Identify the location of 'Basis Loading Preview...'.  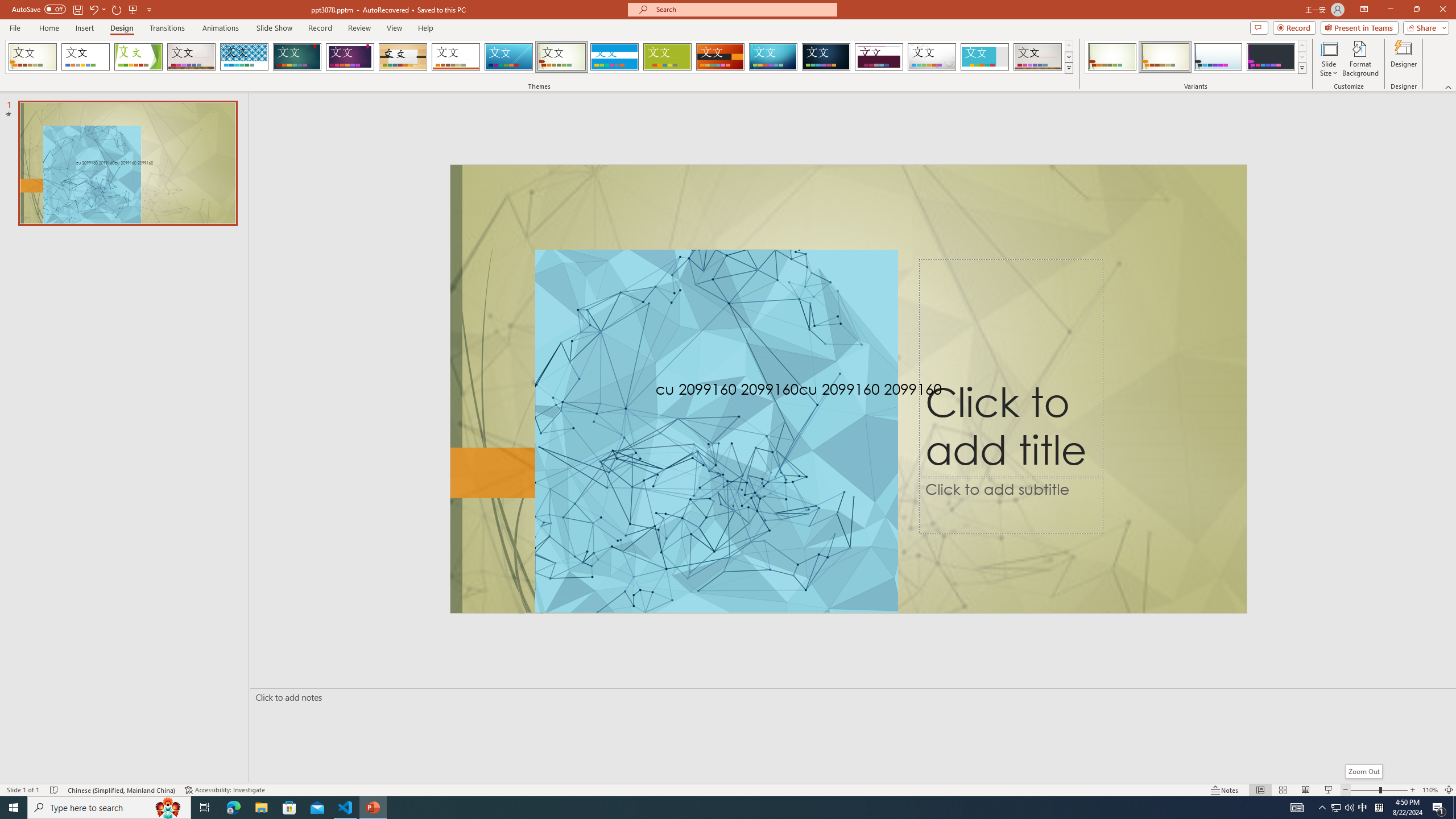
(667, 56).